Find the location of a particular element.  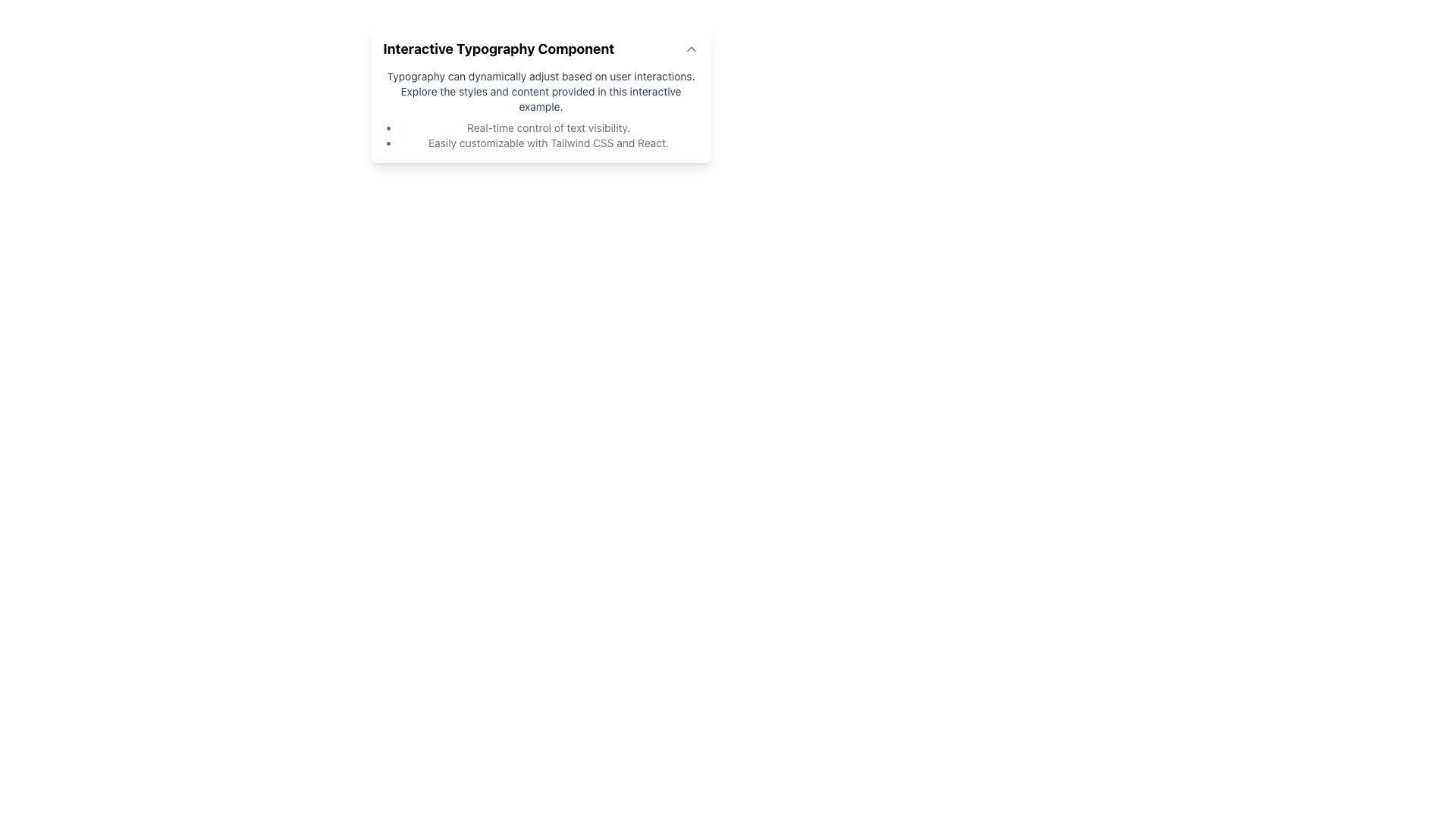

text component displaying 'Real-time control of text visibility.' which is the first item in a bulleted list under the 'Interactive Typography Component' section is located at coordinates (548, 127).